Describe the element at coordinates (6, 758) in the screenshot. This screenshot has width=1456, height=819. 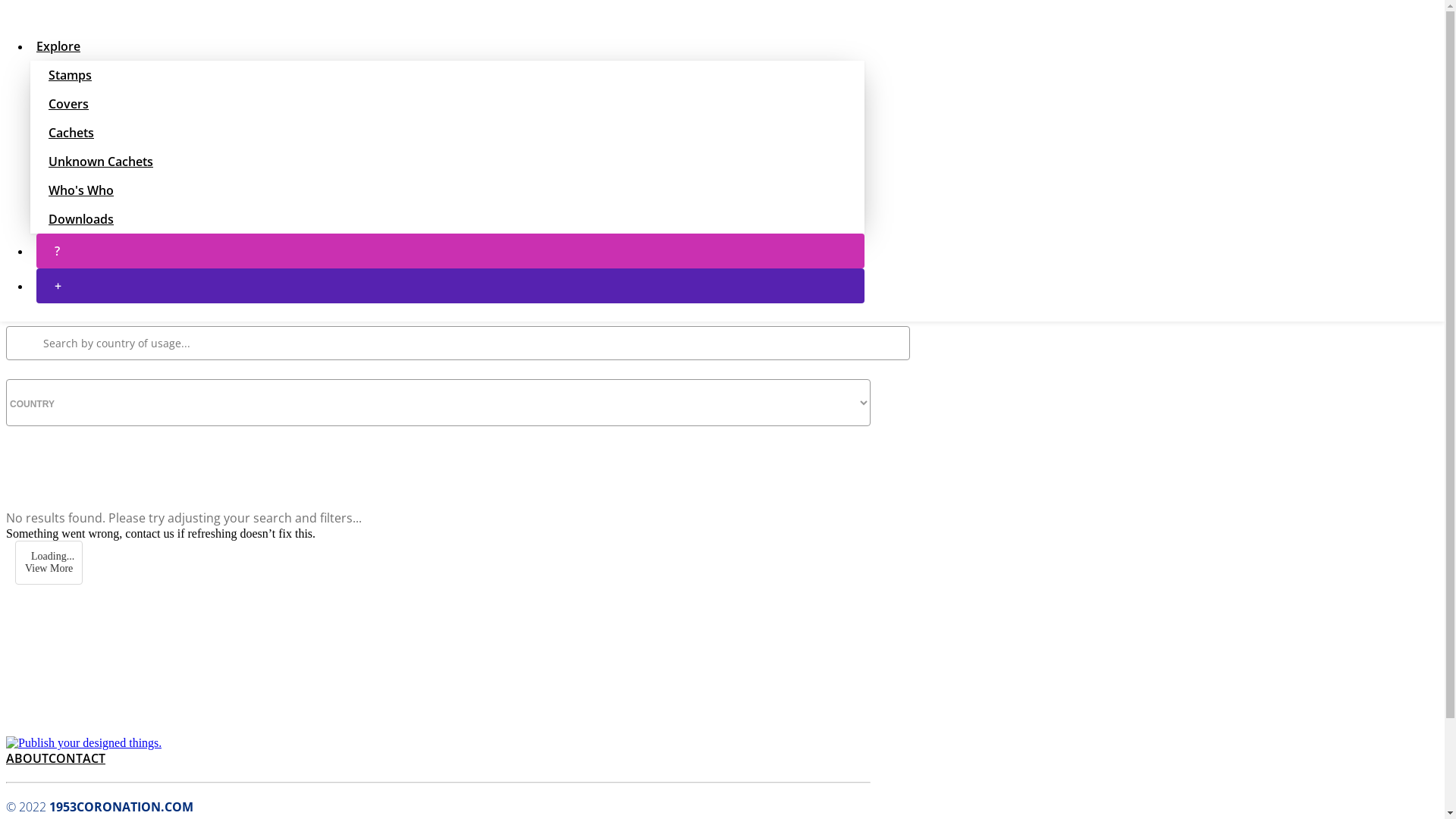
I see `'ABOUT'` at that location.